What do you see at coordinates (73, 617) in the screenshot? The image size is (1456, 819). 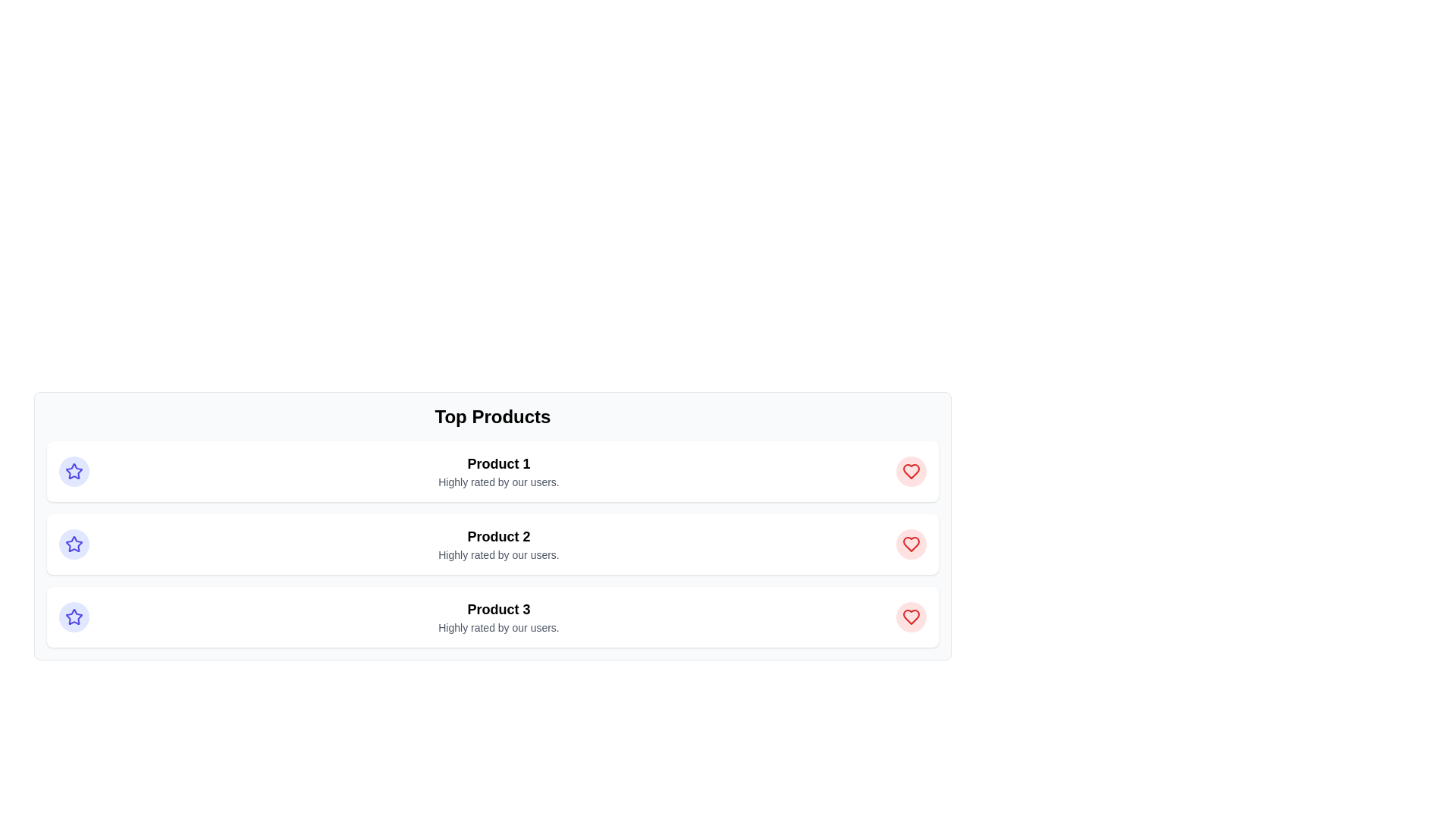 I see `the indigo star-shaped icon with rounded corners, outlined with a bold stroke and hollow center, located at the leftmost side of the third row in the 'Top Products' listing` at bounding box center [73, 617].